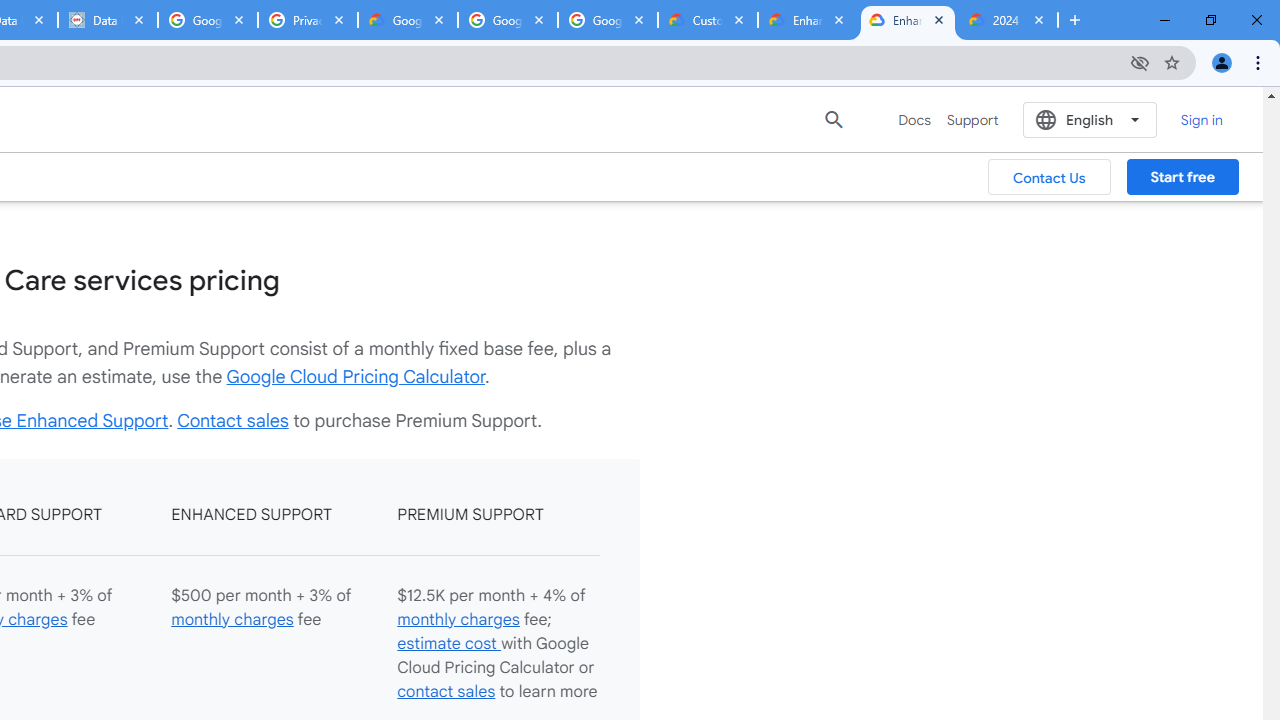 The width and height of the screenshot is (1280, 720). I want to click on 'estimate cost ', so click(448, 643).